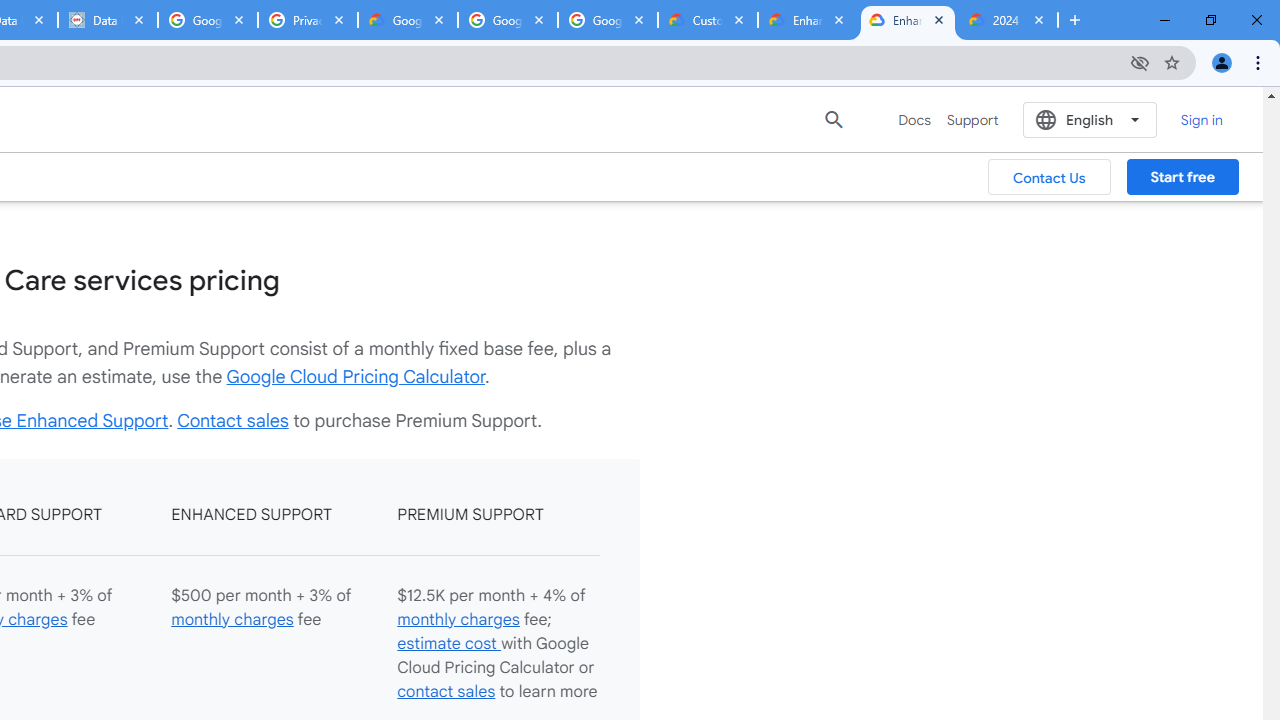 The width and height of the screenshot is (1280, 720). I want to click on 'estimate cost ', so click(448, 643).